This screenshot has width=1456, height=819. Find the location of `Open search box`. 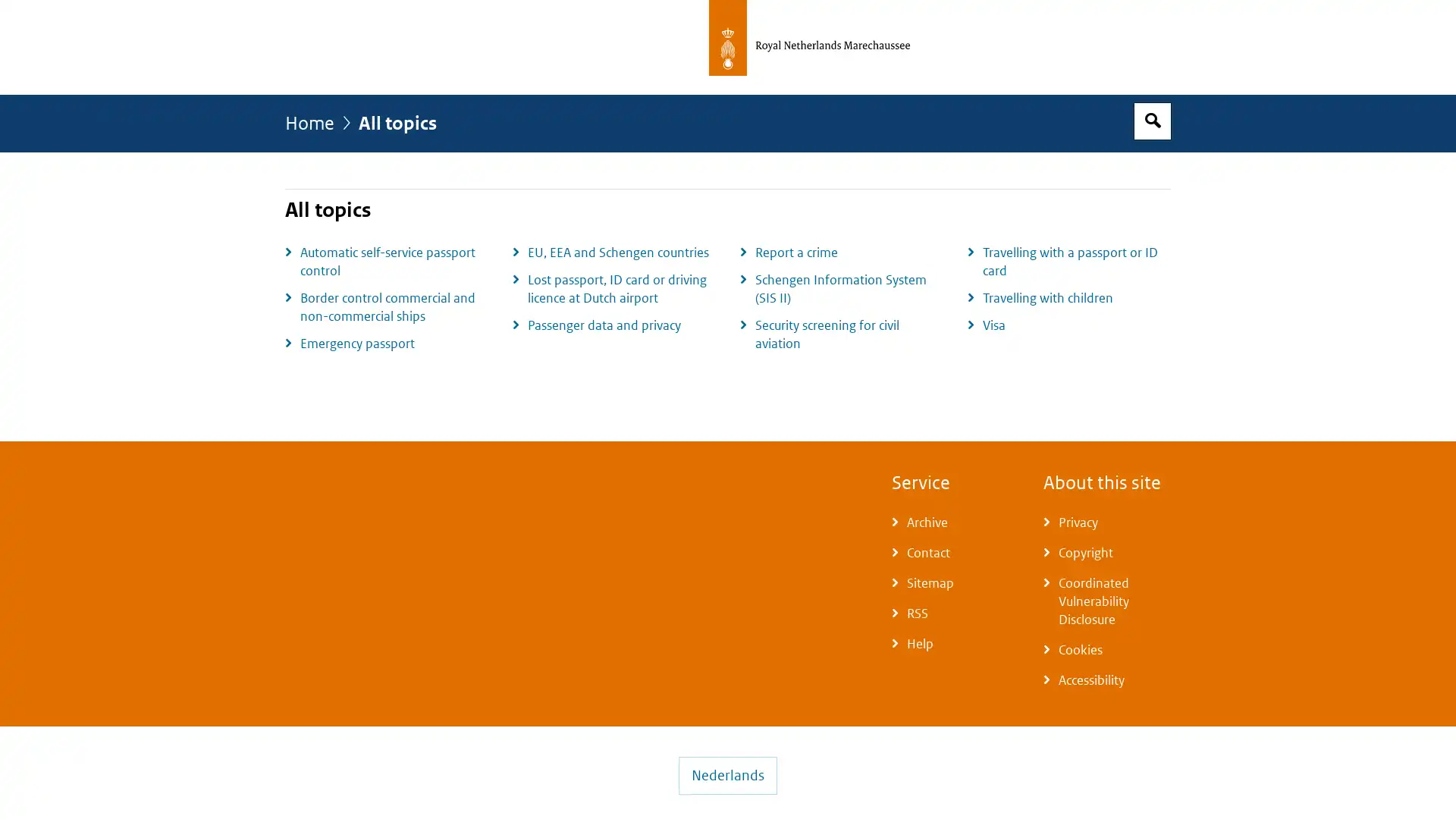

Open search box is located at coordinates (1153, 120).